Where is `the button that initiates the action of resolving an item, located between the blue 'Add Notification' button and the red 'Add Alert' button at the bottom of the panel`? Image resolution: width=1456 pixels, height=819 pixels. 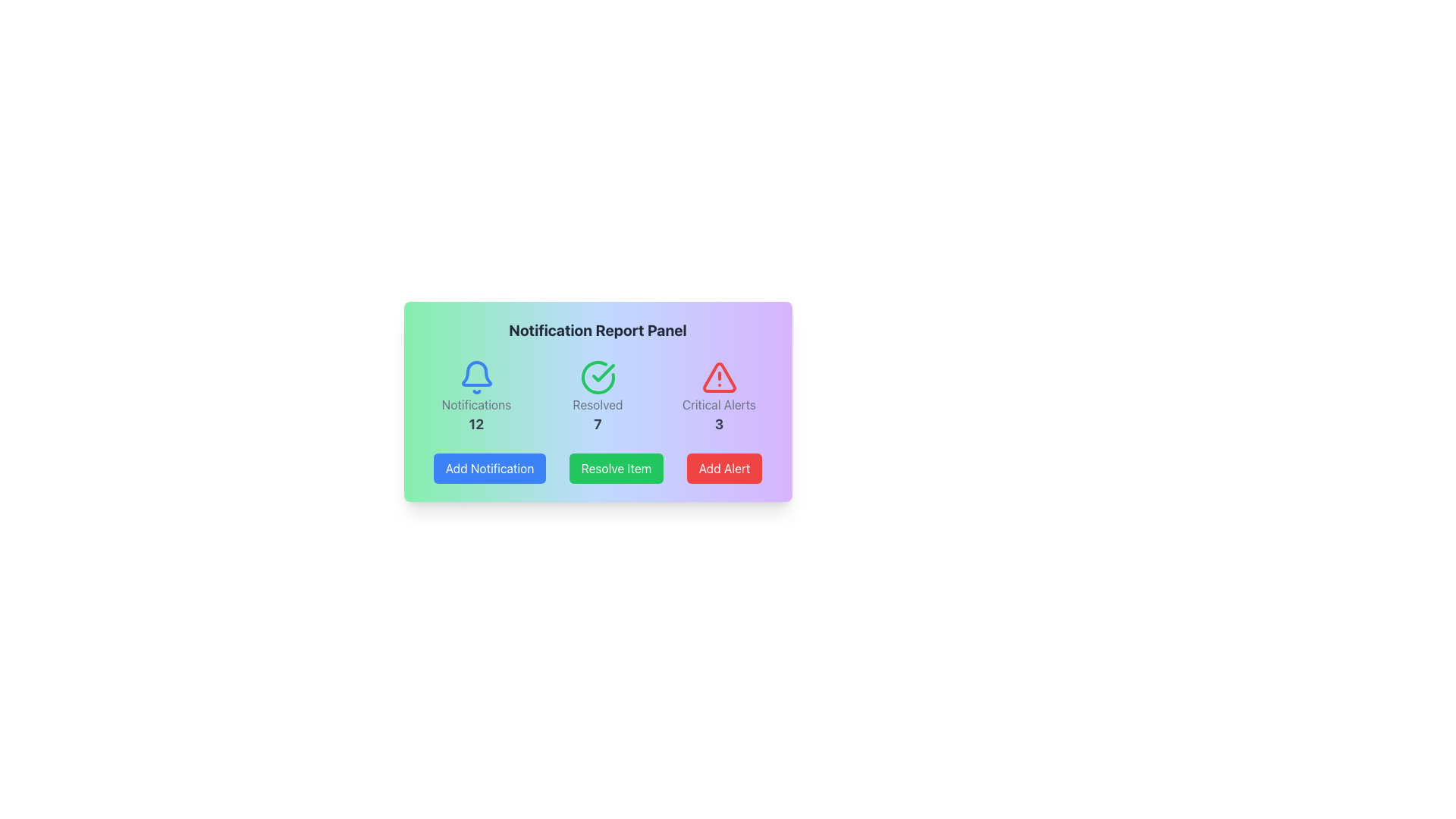 the button that initiates the action of resolving an item, located between the blue 'Add Notification' button and the red 'Add Alert' button at the bottom of the panel is located at coordinates (597, 467).